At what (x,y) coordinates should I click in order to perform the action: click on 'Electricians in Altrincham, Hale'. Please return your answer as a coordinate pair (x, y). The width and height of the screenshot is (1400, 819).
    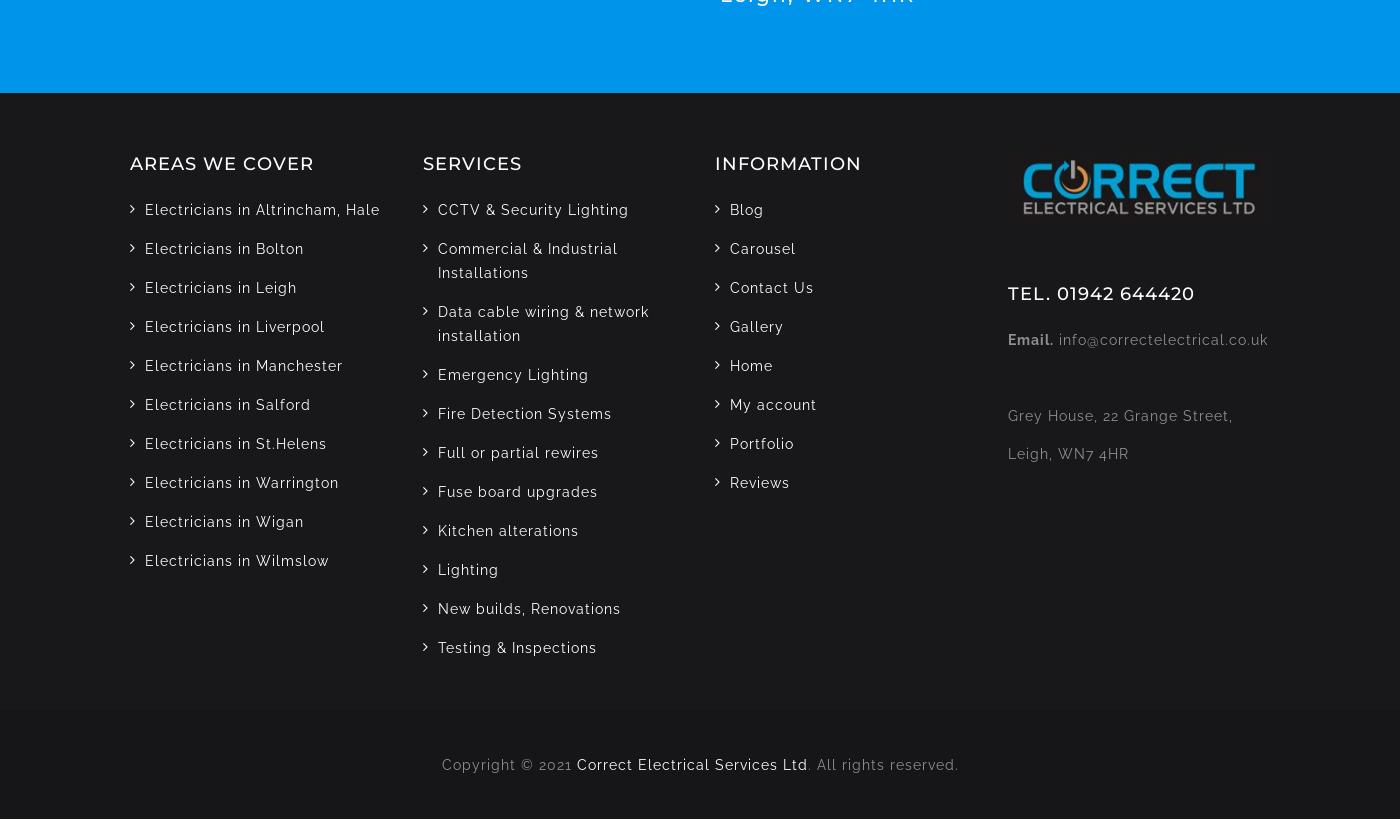
    Looking at the image, I should click on (262, 209).